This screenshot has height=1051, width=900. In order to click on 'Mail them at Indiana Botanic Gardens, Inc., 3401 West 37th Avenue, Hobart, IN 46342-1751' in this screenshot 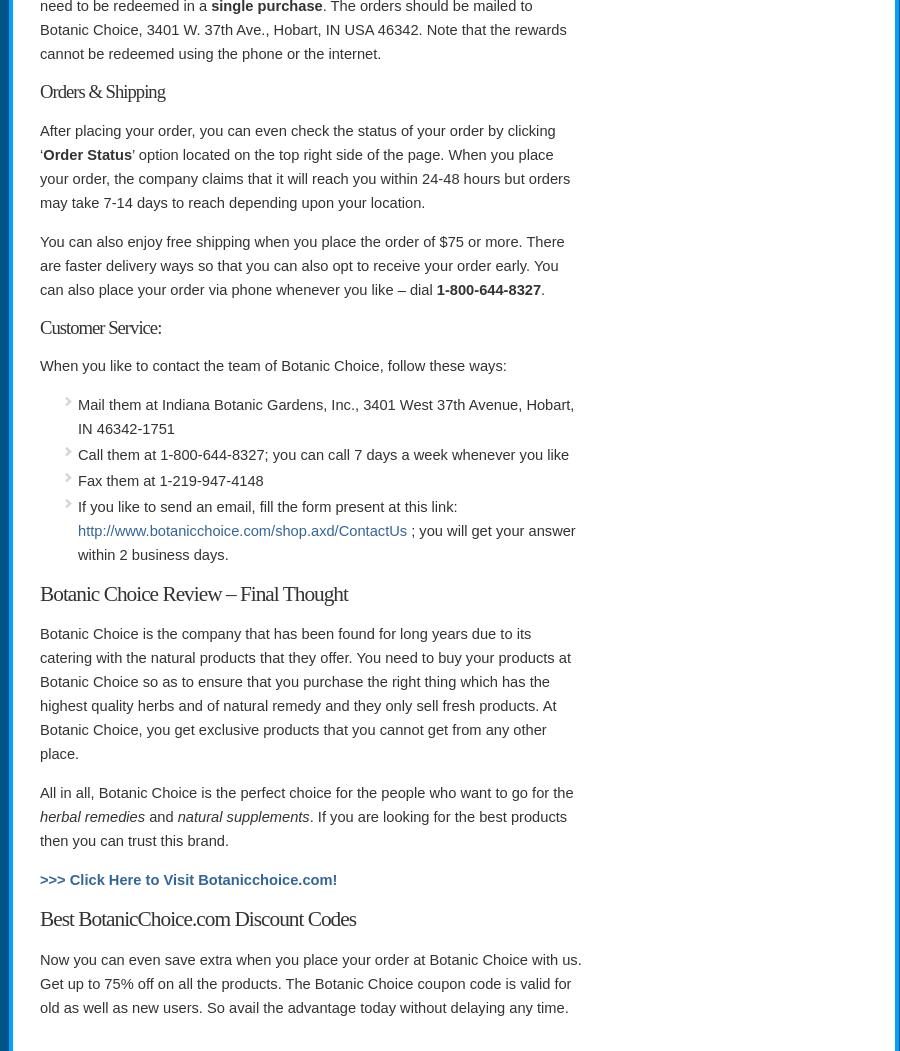, I will do `click(324, 417)`.